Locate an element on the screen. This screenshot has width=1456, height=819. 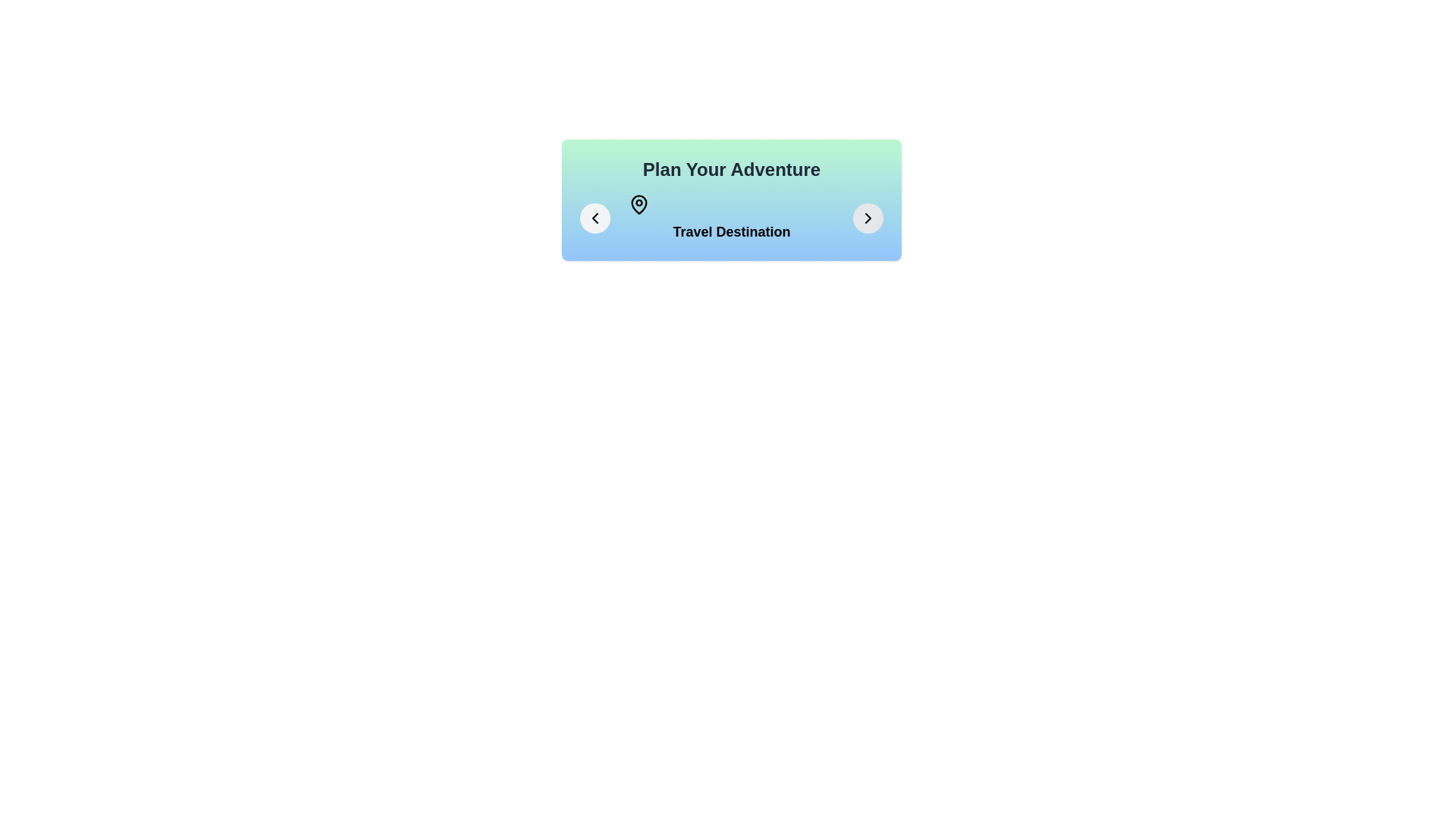
the left arrow button to navigate to the previous stage is located at coordinates (595, 218).